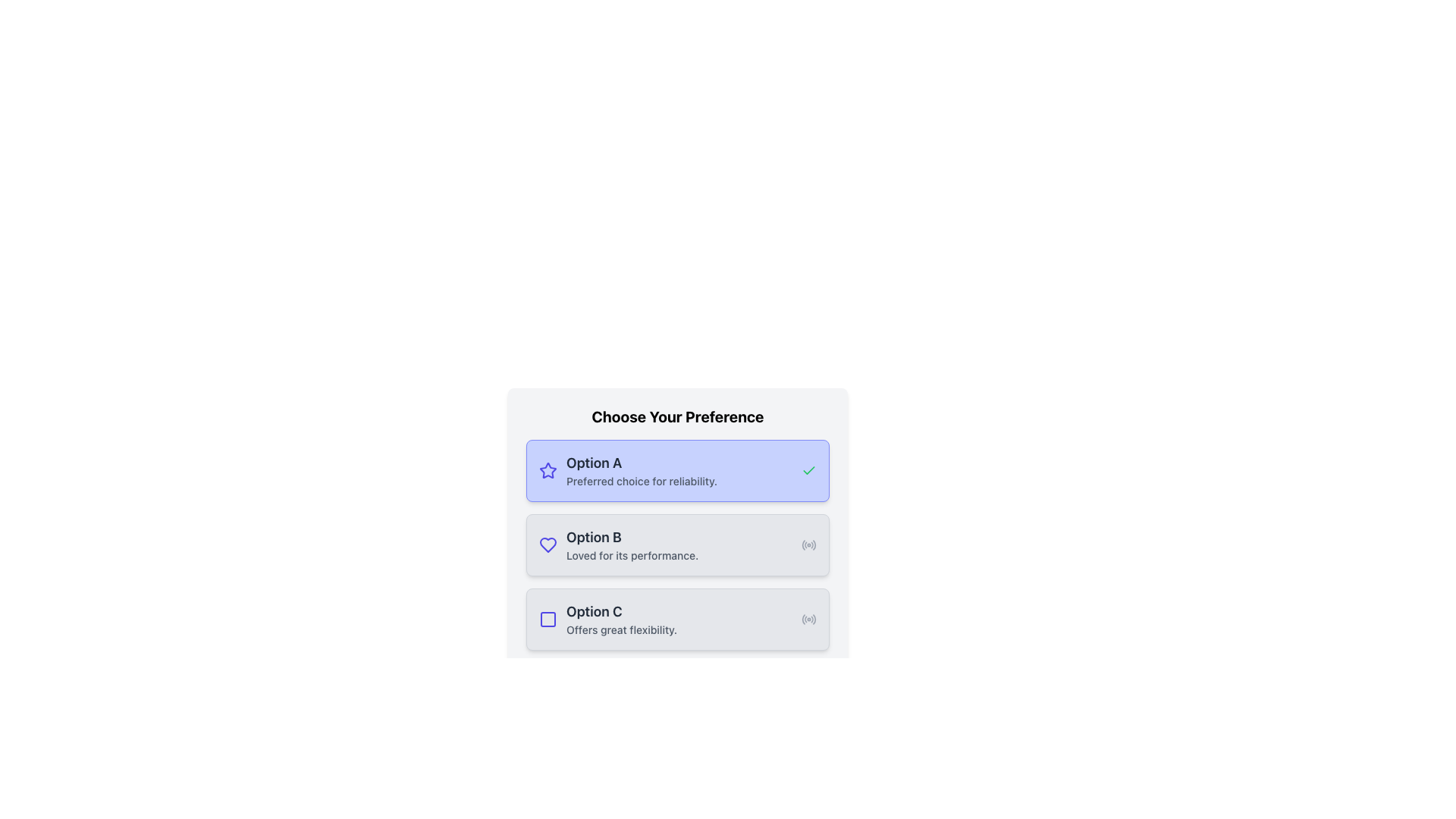  I want to click on the SVG radio signal icon located in the 'Option C' section of the selectable list interface, which features concentric lines in a minimalistic gray design, so click(808, 620).